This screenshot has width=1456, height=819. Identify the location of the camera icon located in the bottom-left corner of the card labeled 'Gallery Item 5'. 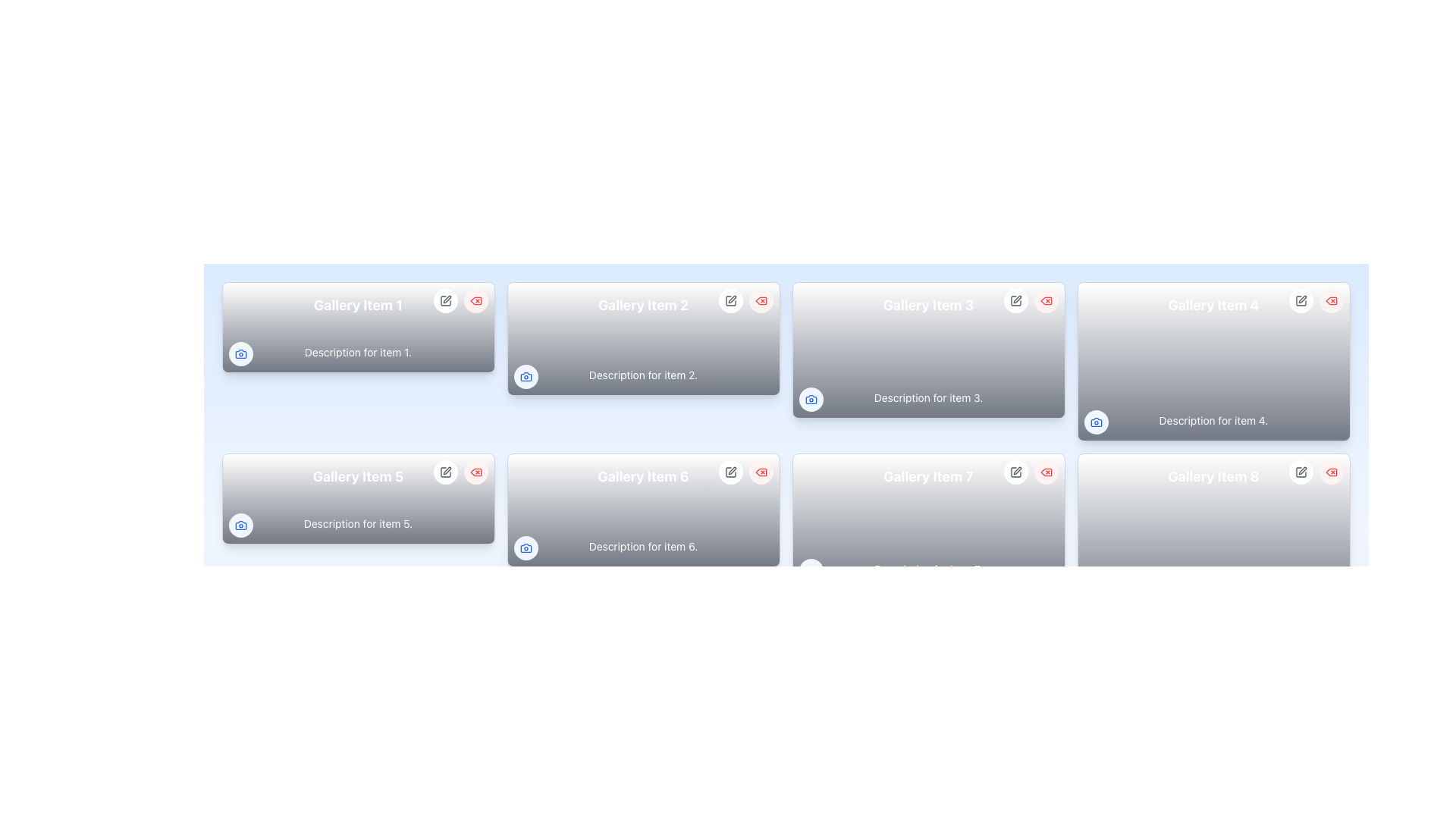
(240, 525).